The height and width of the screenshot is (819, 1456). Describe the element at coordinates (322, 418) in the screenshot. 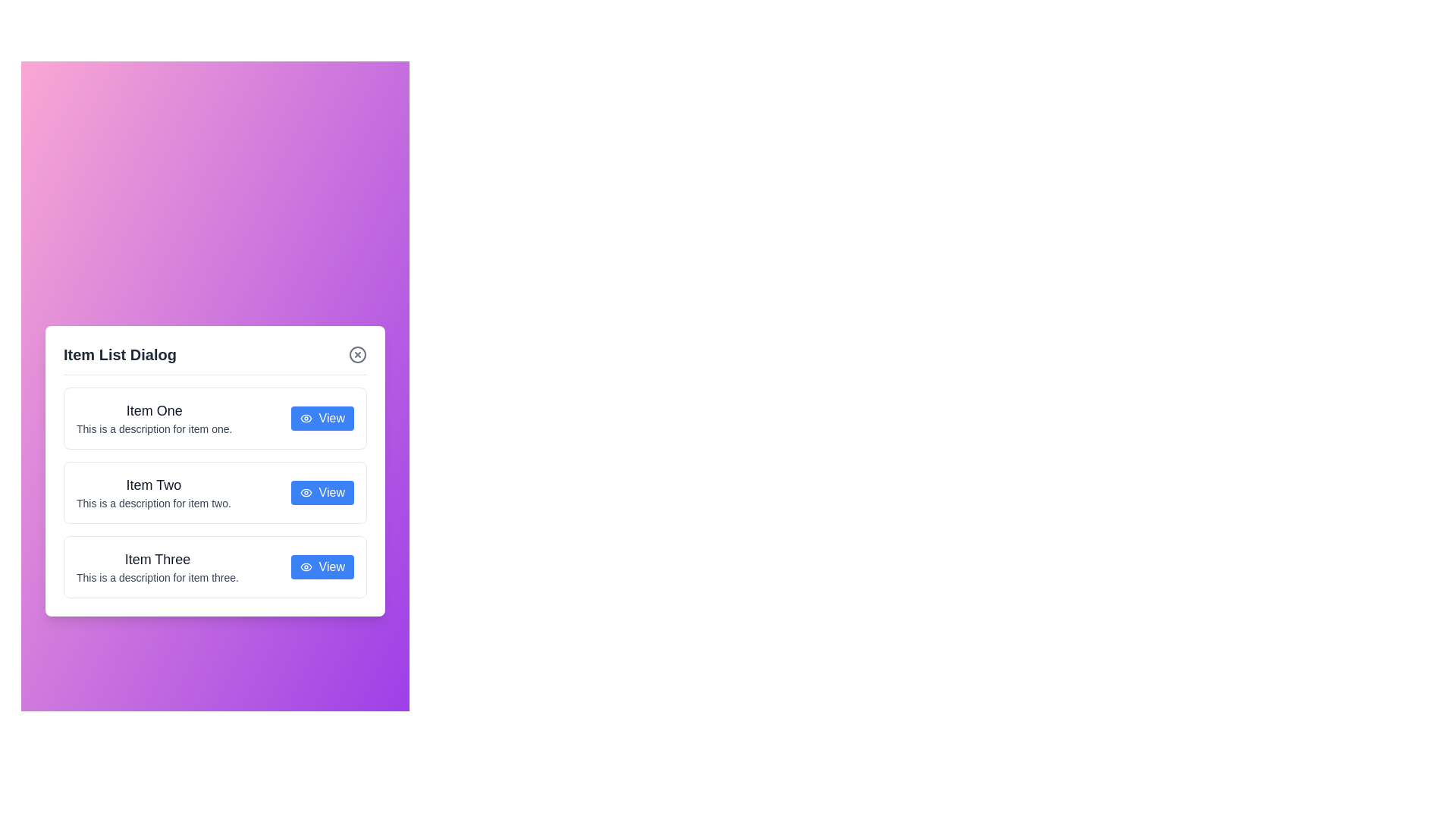

I see `the 'View' button for item Item One` at that location.